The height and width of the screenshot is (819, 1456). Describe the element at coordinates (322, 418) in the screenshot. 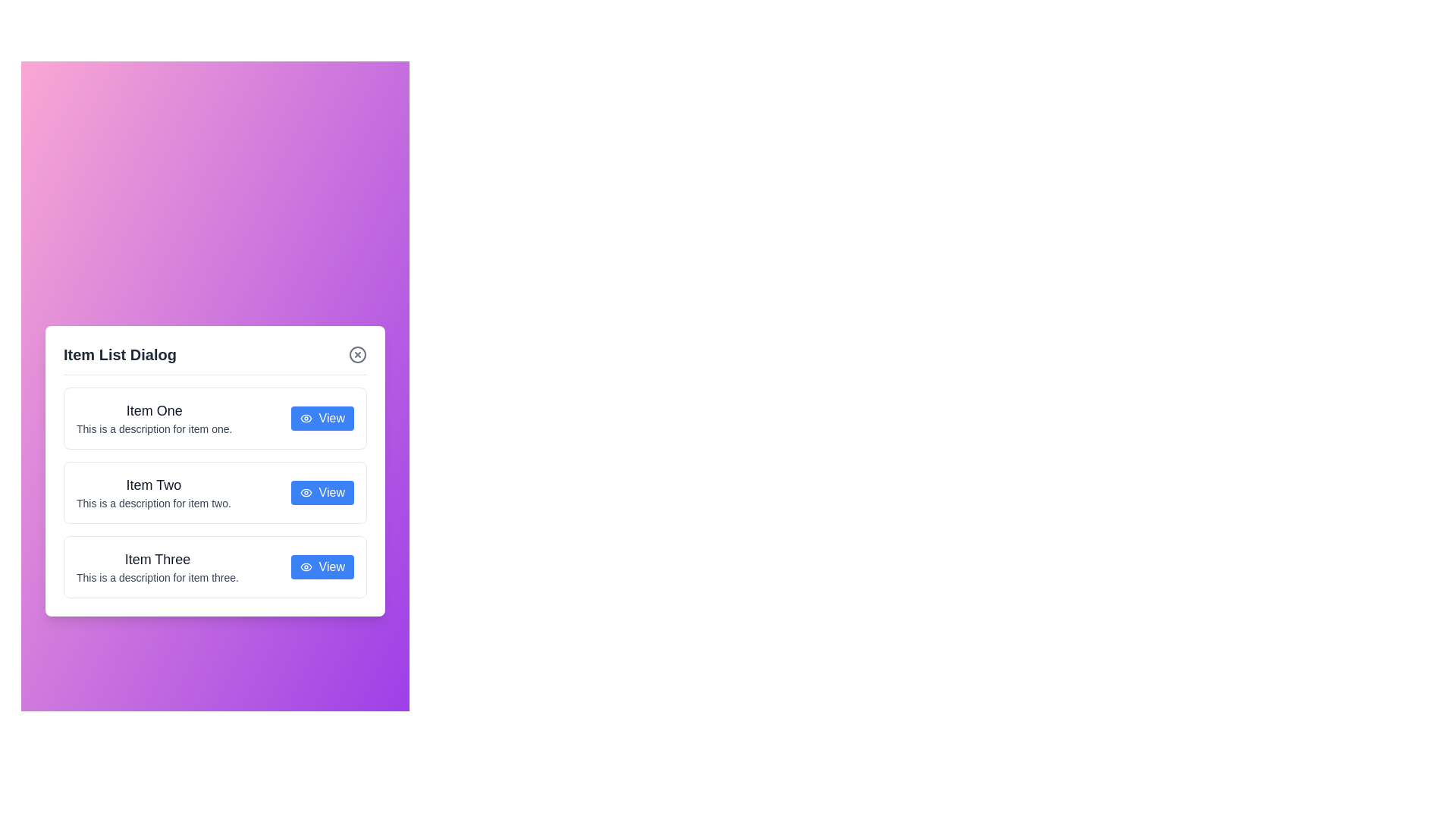

I see `the 'View' button for item Item One` at that location.